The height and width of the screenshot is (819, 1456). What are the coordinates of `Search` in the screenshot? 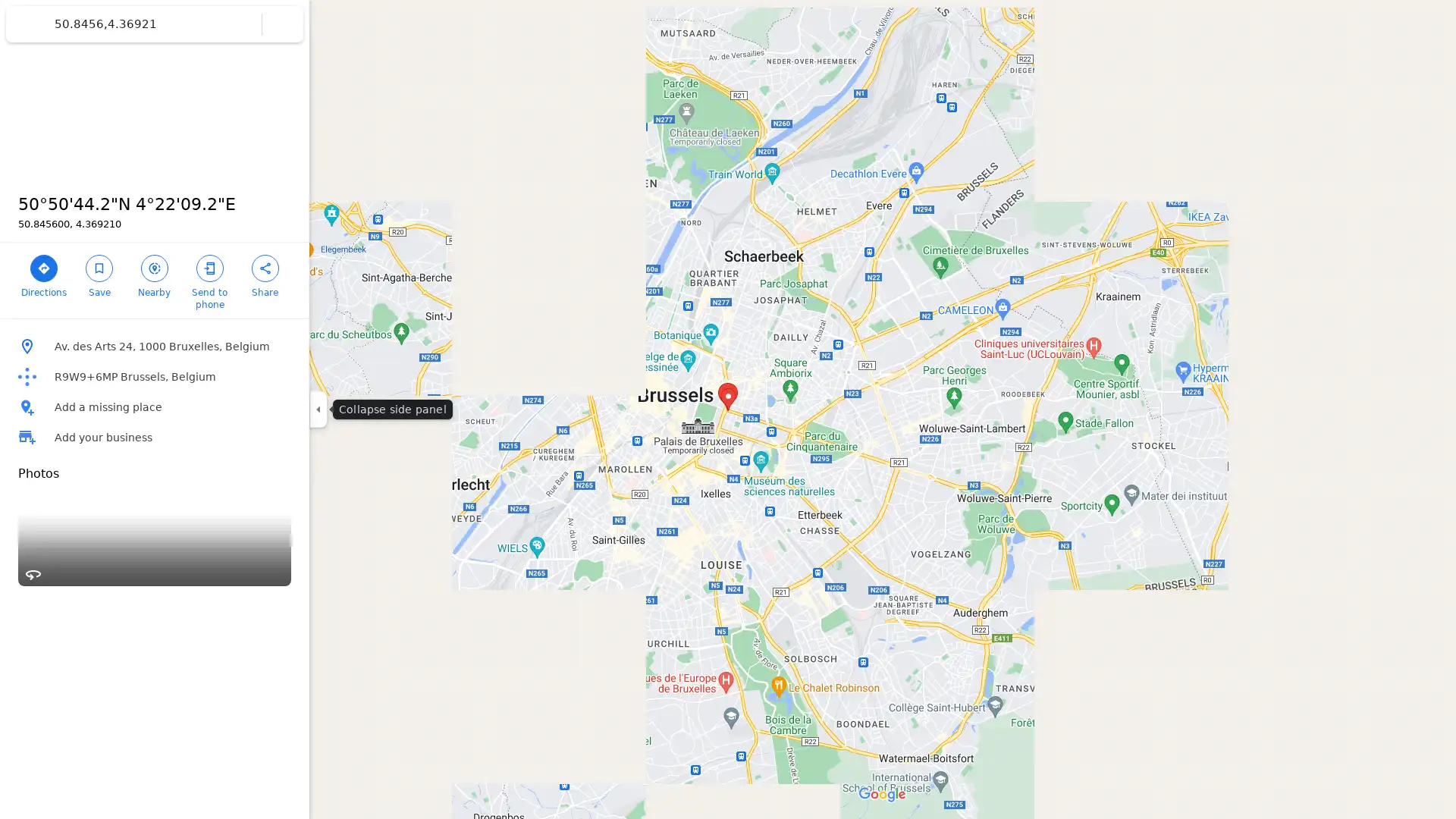 It's located at (240, 24).